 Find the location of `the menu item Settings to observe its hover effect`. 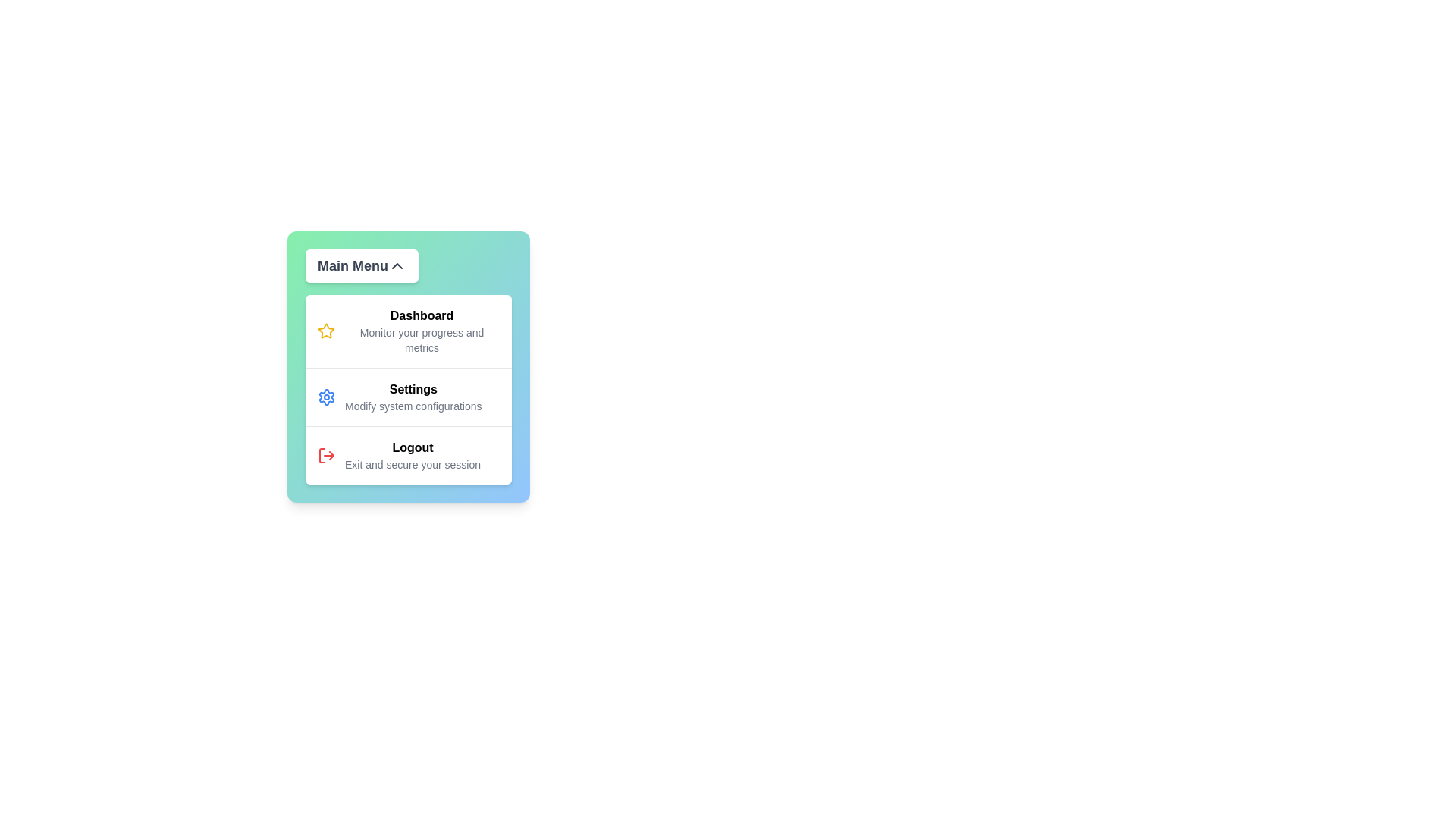

the menu item Settings to observe its hover effect is located at coordinates (408, 396).